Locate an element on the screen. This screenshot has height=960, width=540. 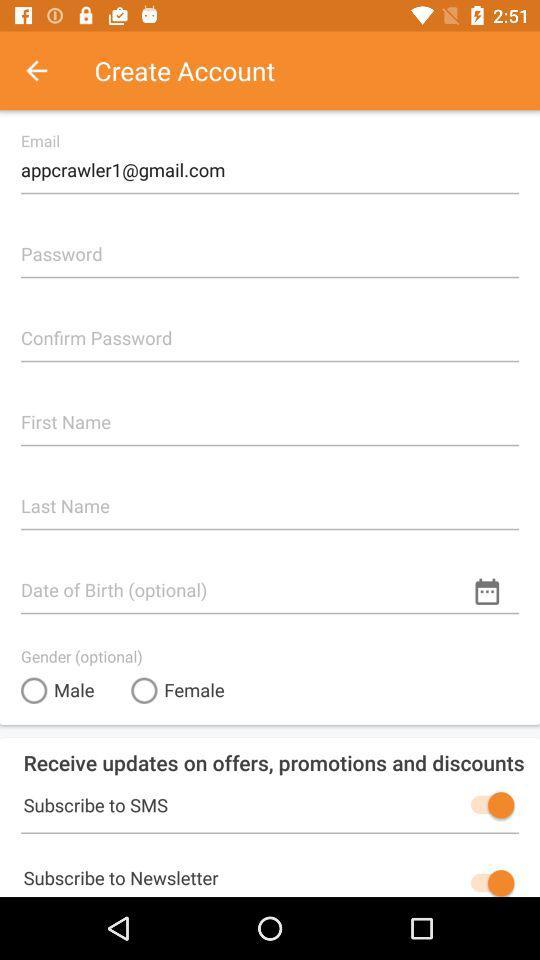
space for password is located at coordinates (270, 244).